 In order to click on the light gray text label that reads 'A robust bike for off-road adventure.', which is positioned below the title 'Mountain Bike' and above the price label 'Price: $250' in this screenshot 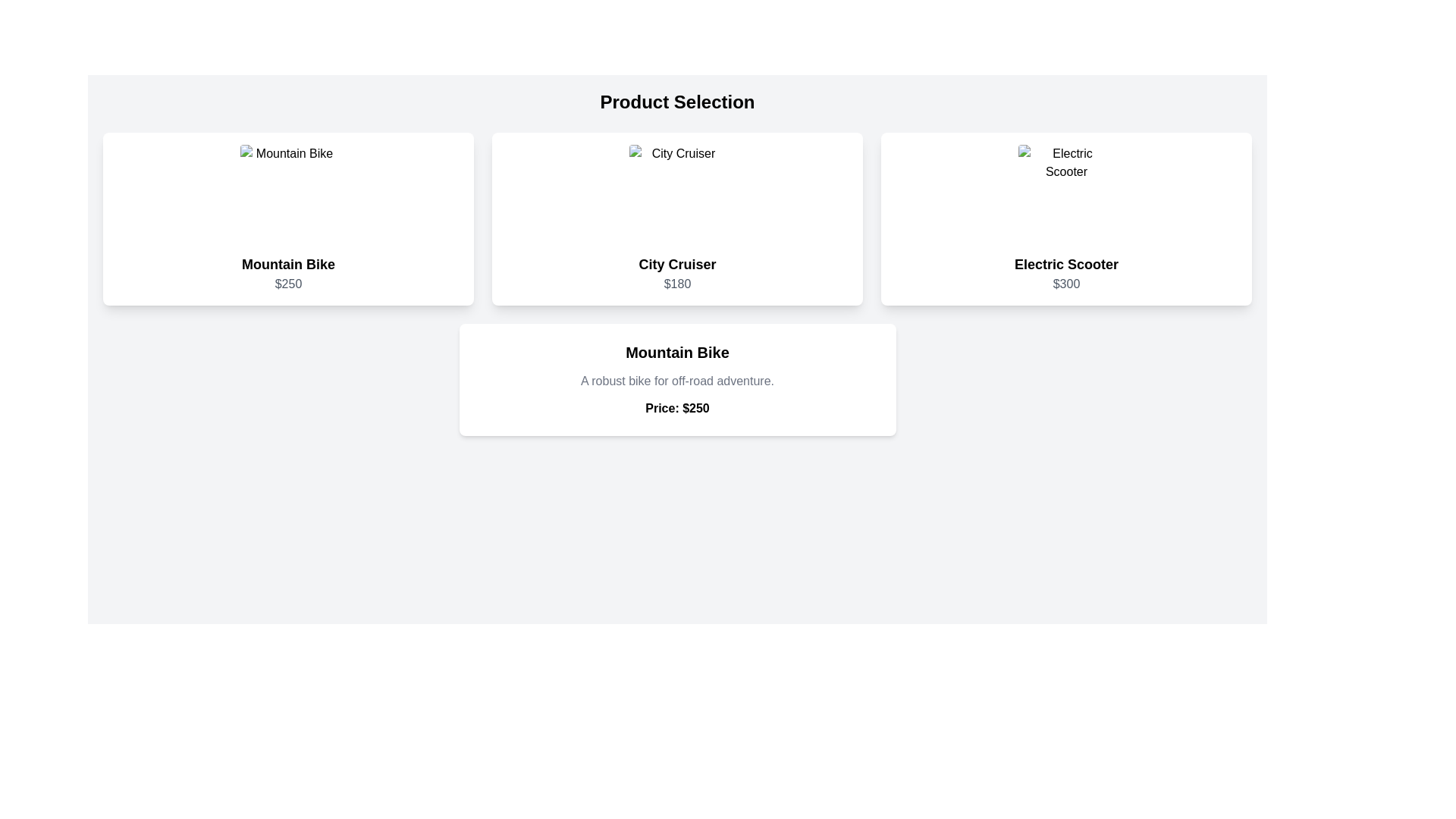, I will do `click(676, 380)`.